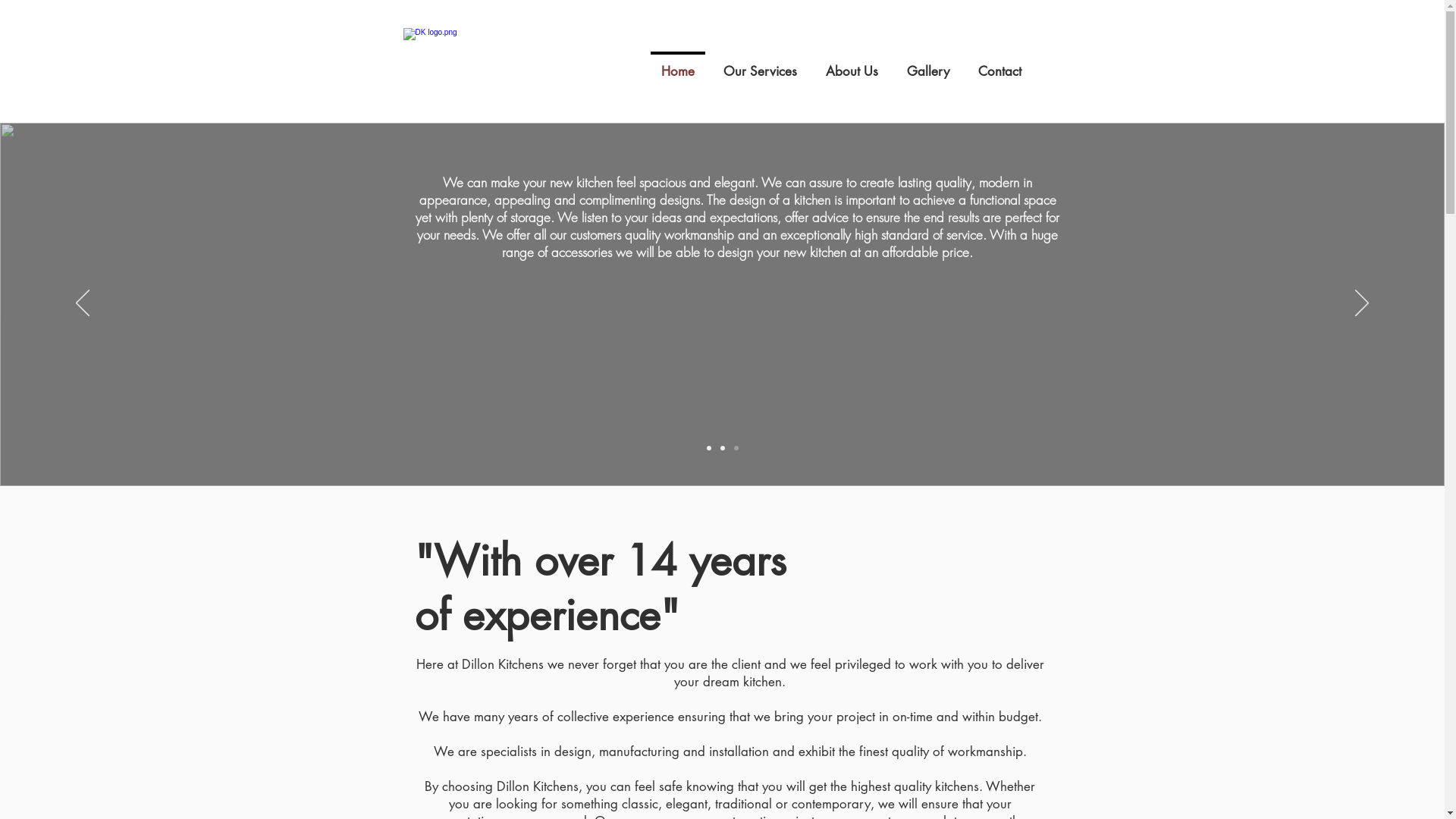 This screenshot has height=819, width=1456. I want to click on 'Gallery', so click(927, 63).